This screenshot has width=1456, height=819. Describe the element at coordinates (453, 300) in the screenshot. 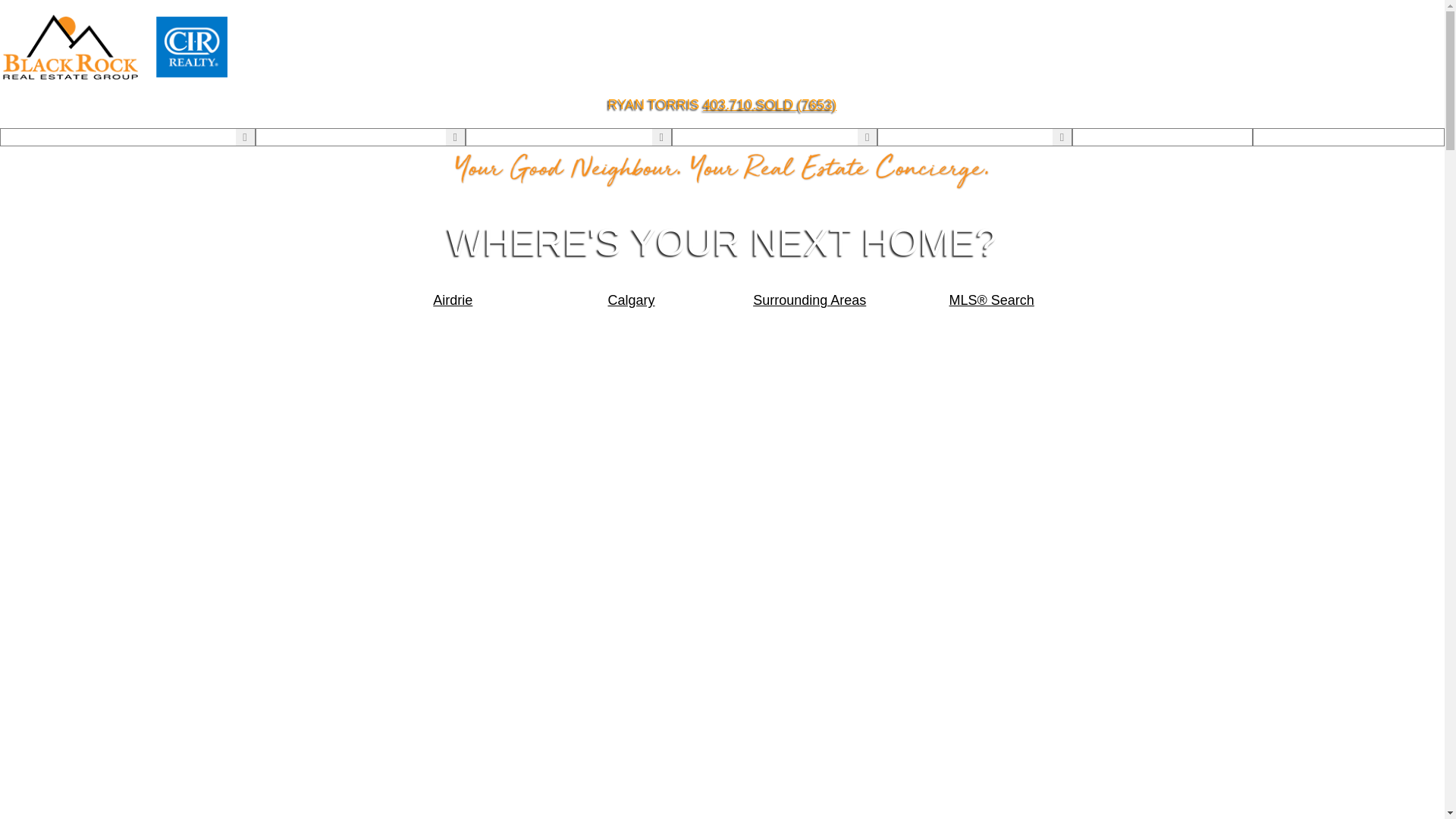

I see `'Airdrie'` at that location.